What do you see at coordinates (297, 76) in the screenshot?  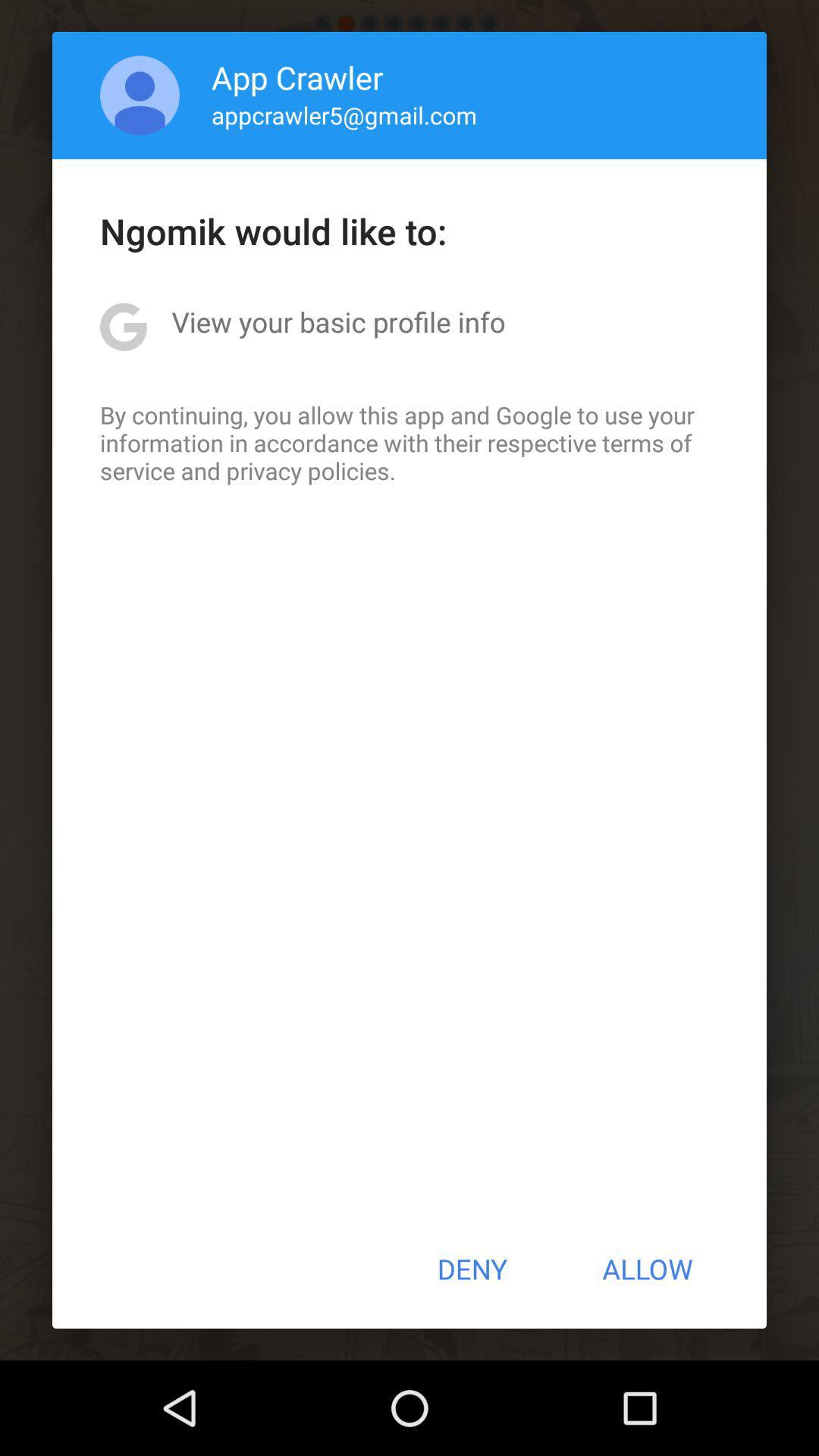 I see `the app crawler icon` at bounding box center [297, 76].